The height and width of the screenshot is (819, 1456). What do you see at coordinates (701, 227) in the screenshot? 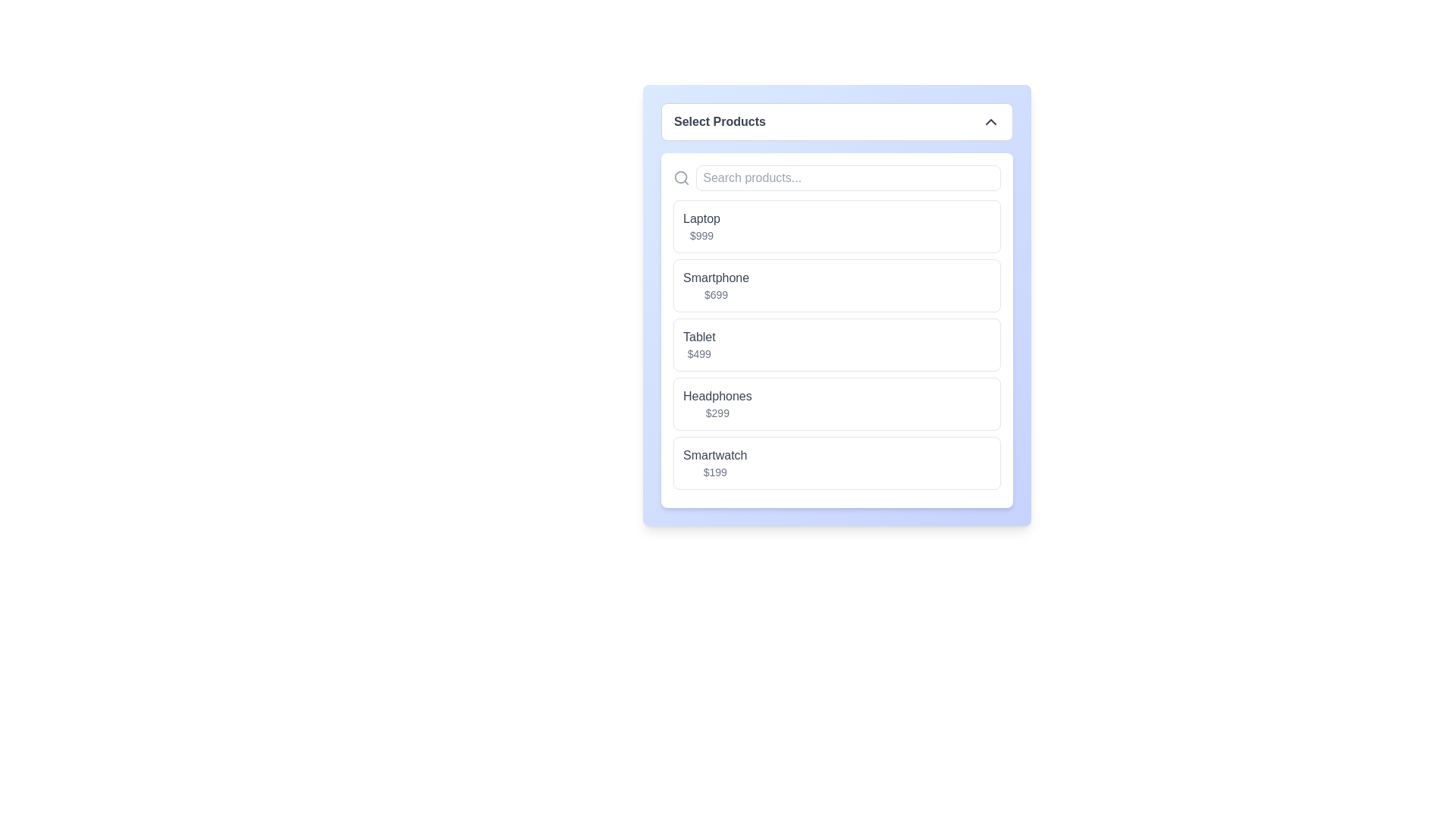
I see `the first item in the product list, which displays the product name 'Laptop' and its price '$999'` at bounding box center [701, 227].